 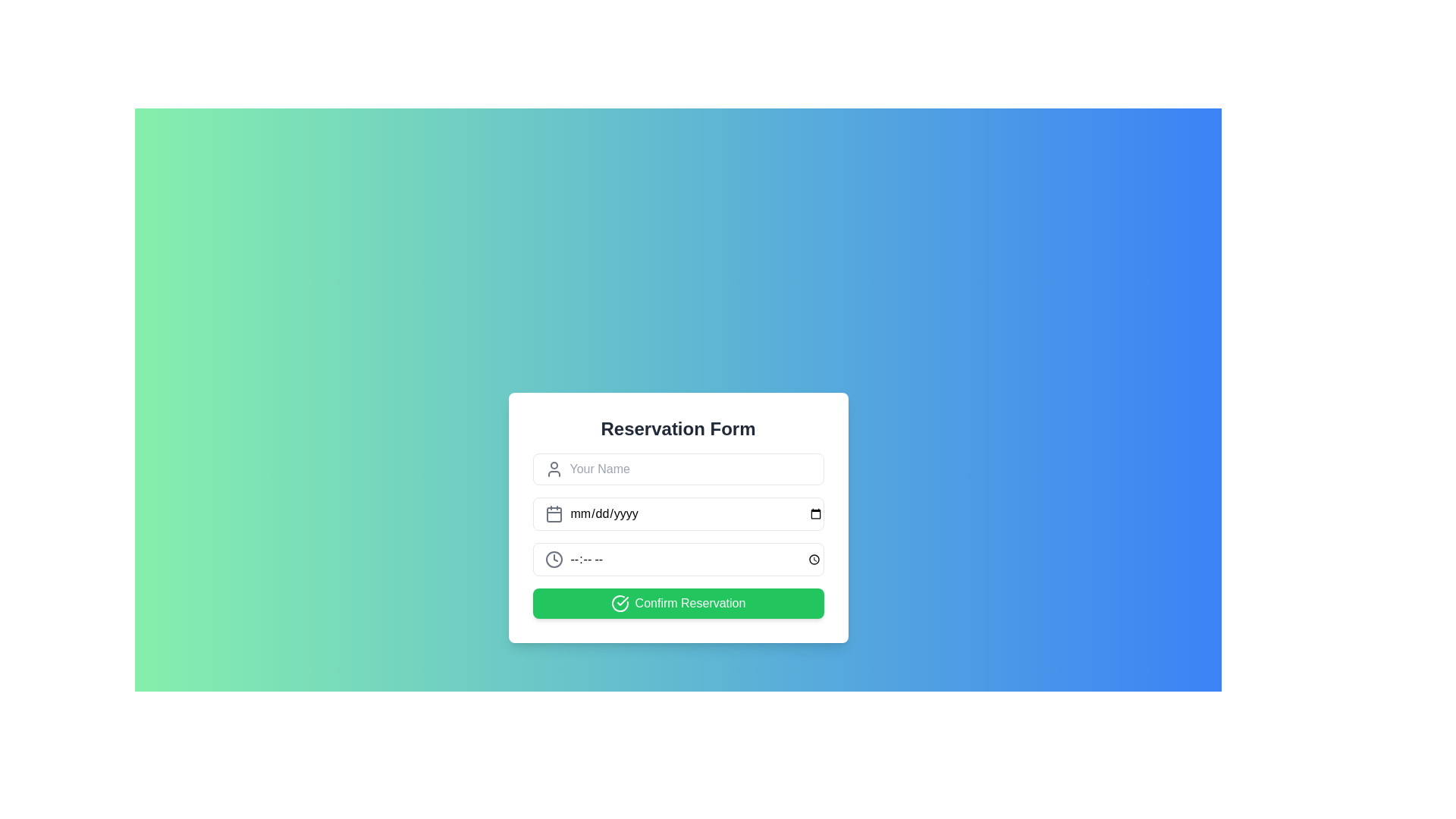 I want to click on decorative icon located on the left side of the 'Confirm Reservation' button at the bottom of the form interface, so click(x=620, y=602).